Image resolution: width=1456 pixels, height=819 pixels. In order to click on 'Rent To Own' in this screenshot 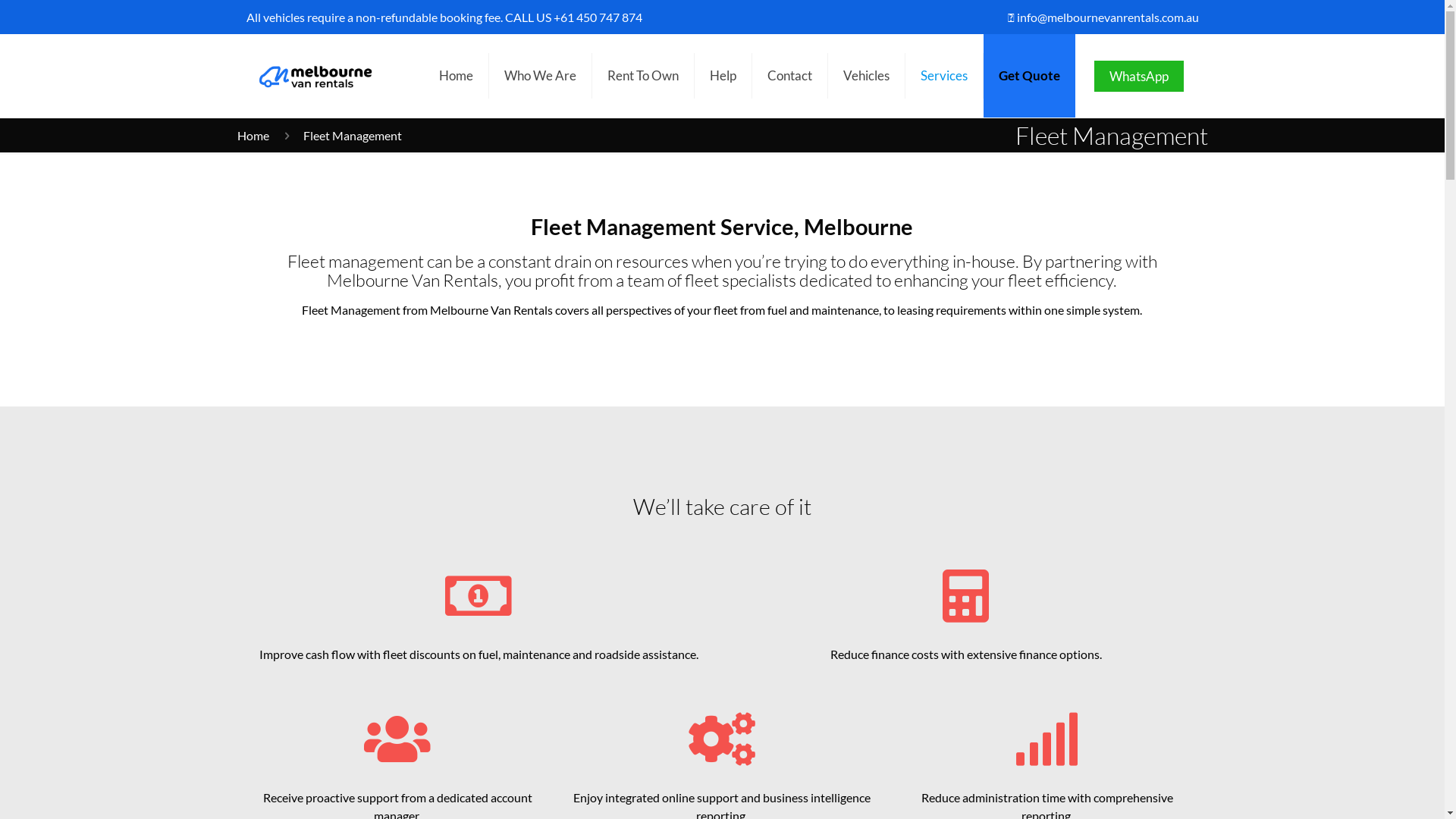, I will do `click(590, 76)`.